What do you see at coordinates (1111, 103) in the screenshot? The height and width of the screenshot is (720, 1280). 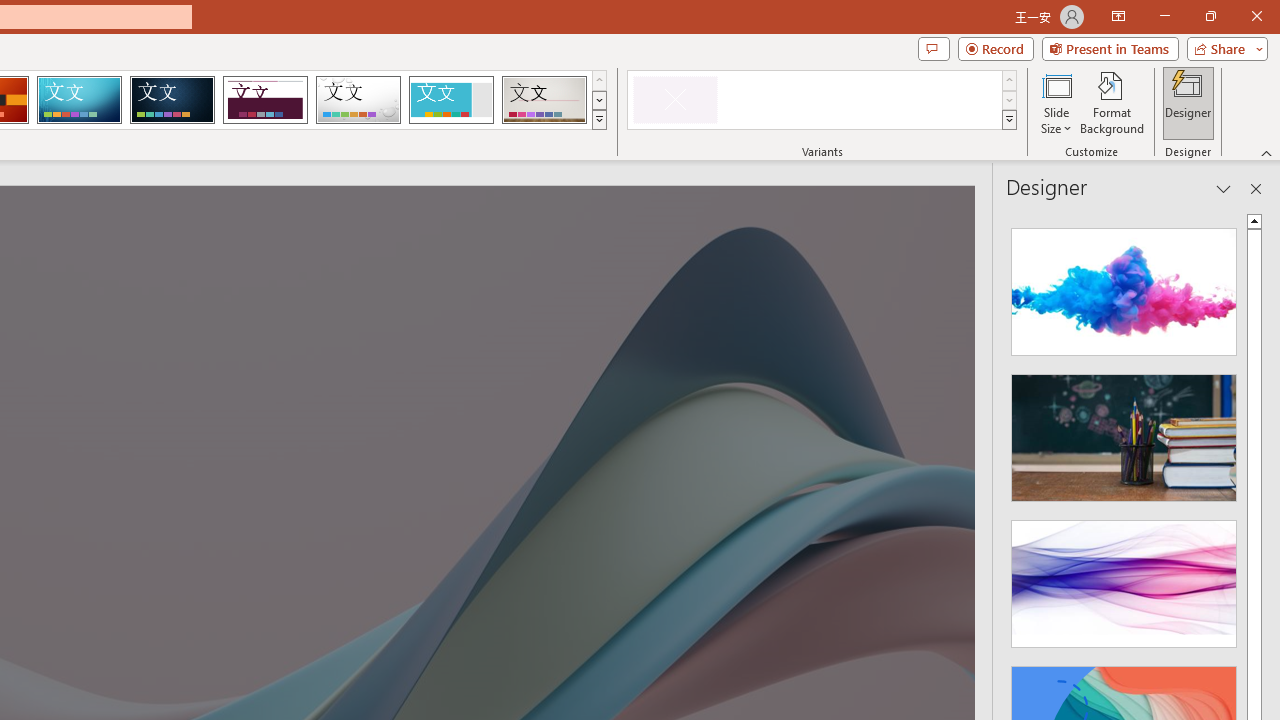 I see `'Format Background'` at bounding box center [1111, 103].